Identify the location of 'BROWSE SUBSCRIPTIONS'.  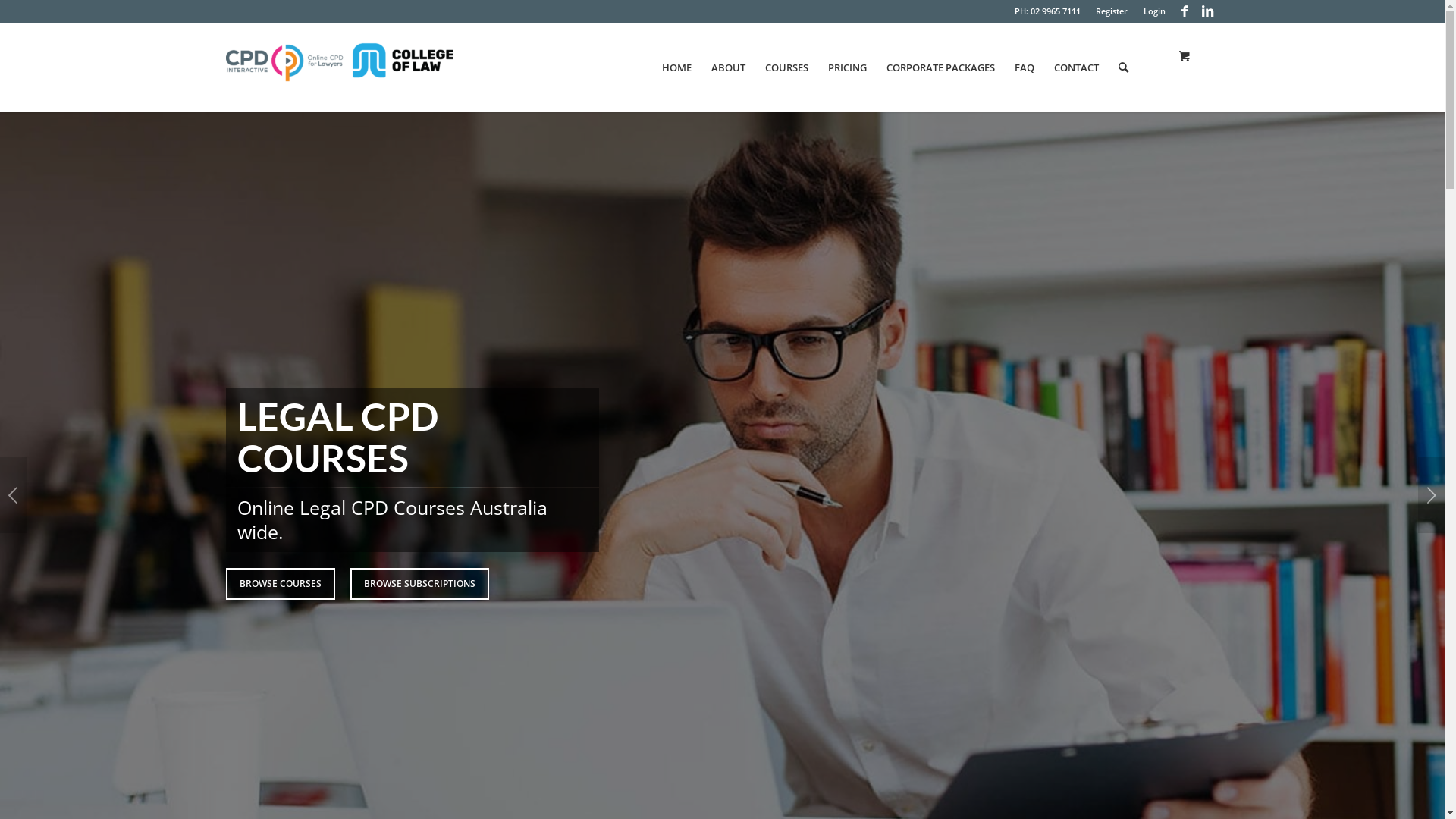
(349, 583).